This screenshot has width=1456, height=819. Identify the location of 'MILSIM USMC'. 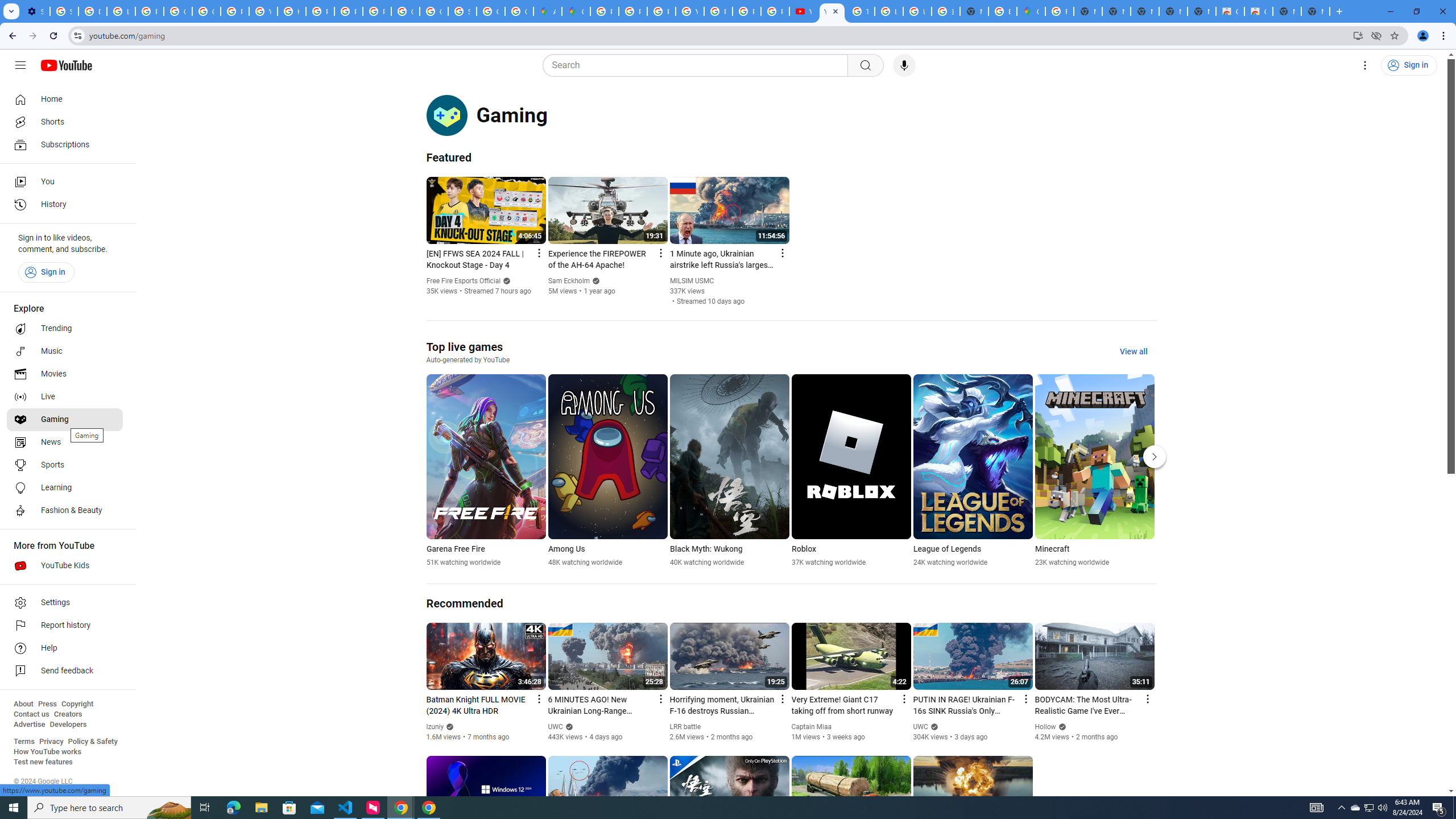
(692, 280).